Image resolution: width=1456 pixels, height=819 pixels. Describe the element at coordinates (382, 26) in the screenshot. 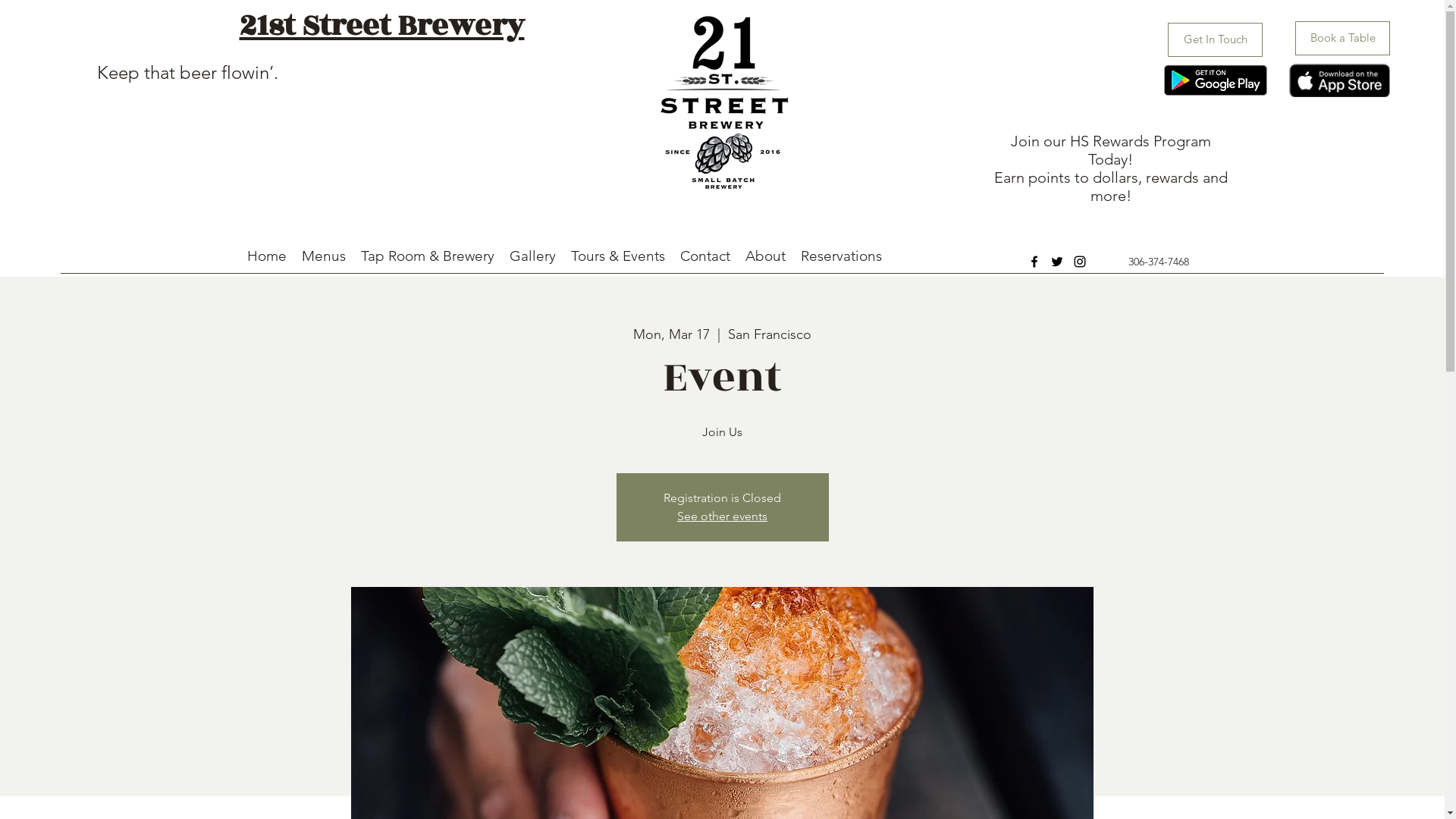

I see `'21st Street Brewery'` at that location.